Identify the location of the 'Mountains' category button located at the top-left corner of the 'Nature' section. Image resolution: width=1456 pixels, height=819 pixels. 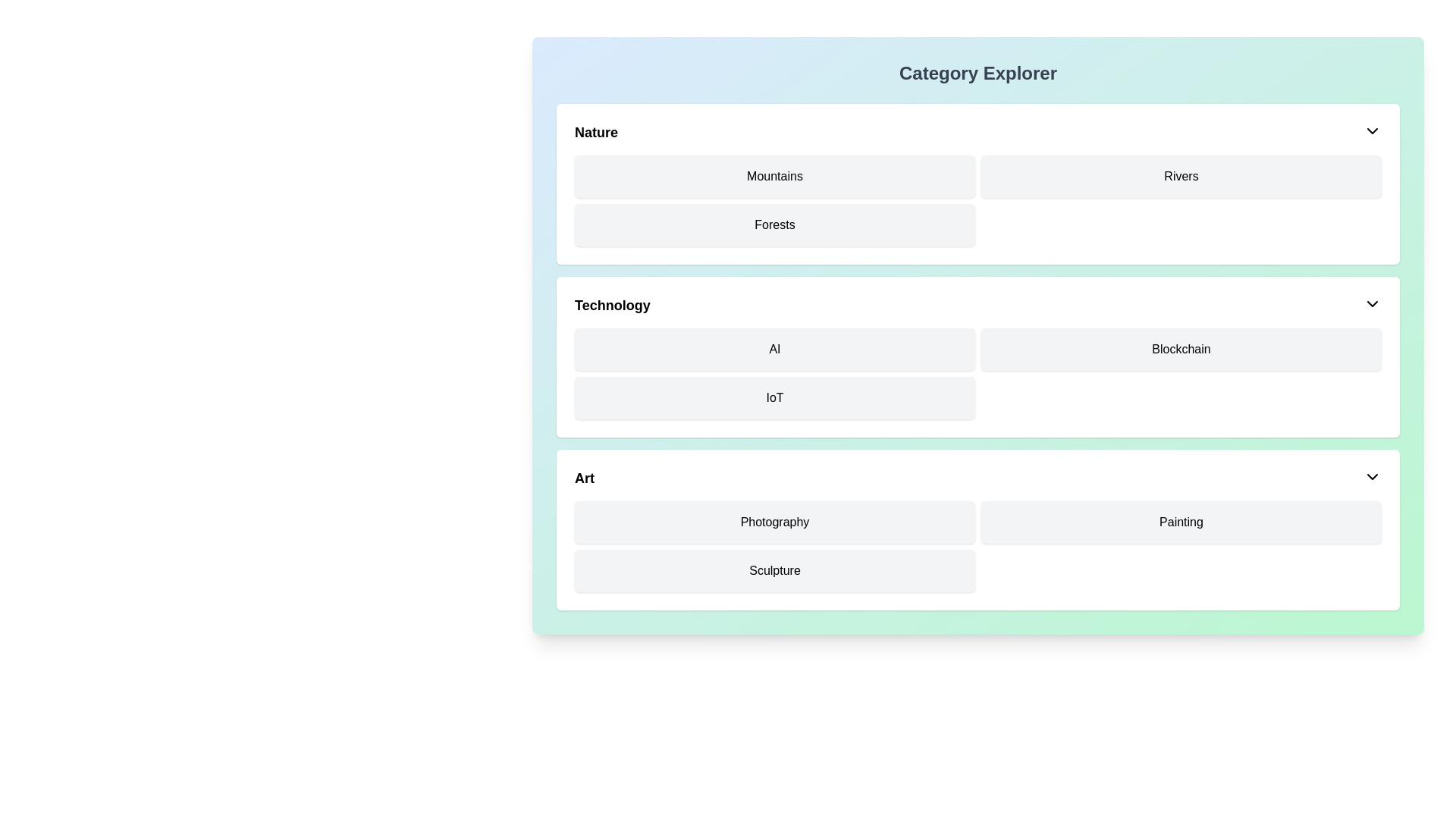
(775, 175).